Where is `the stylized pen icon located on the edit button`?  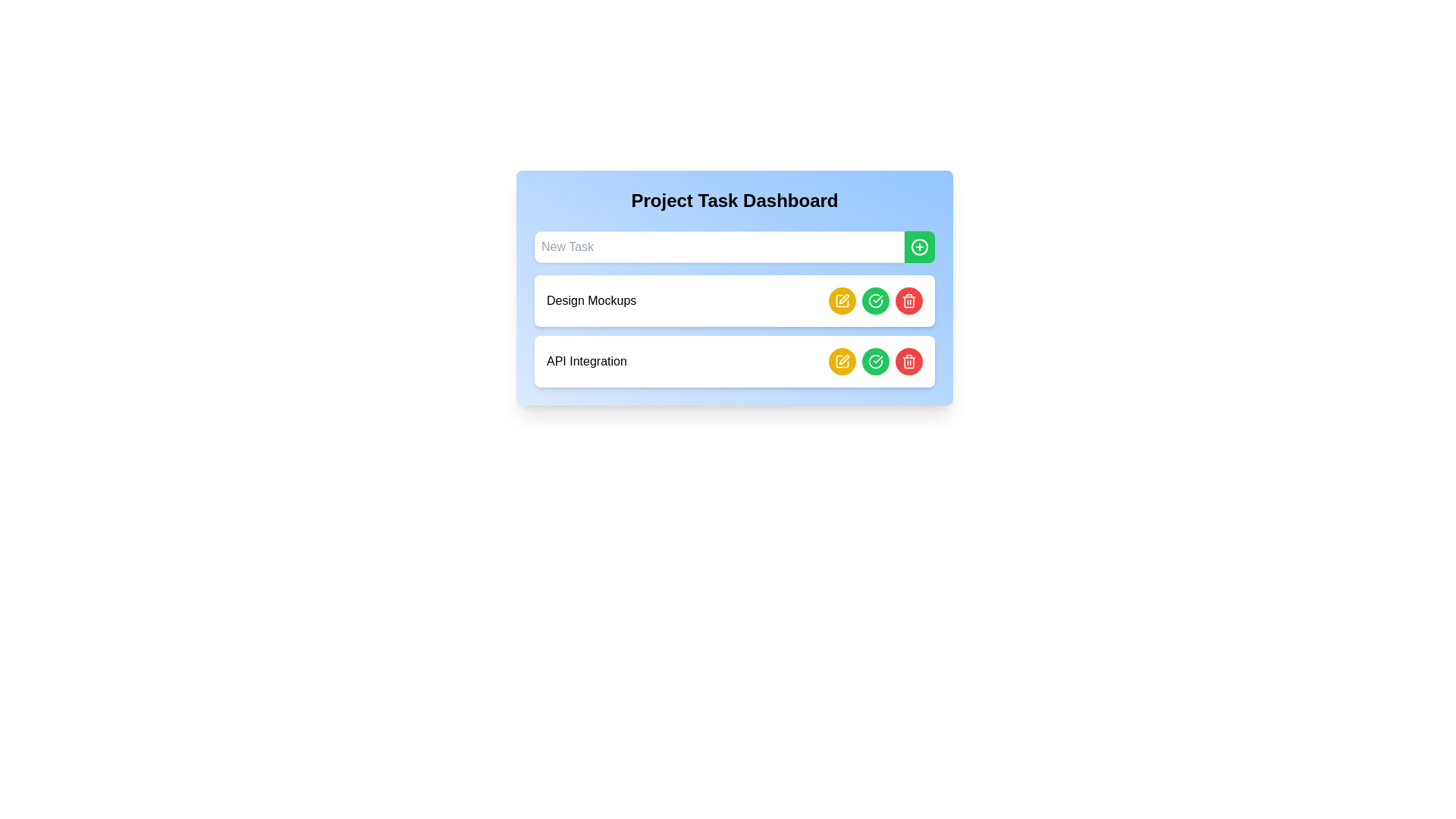
the stylized pen icon located on the edit button is located at coordinates (843, 359).